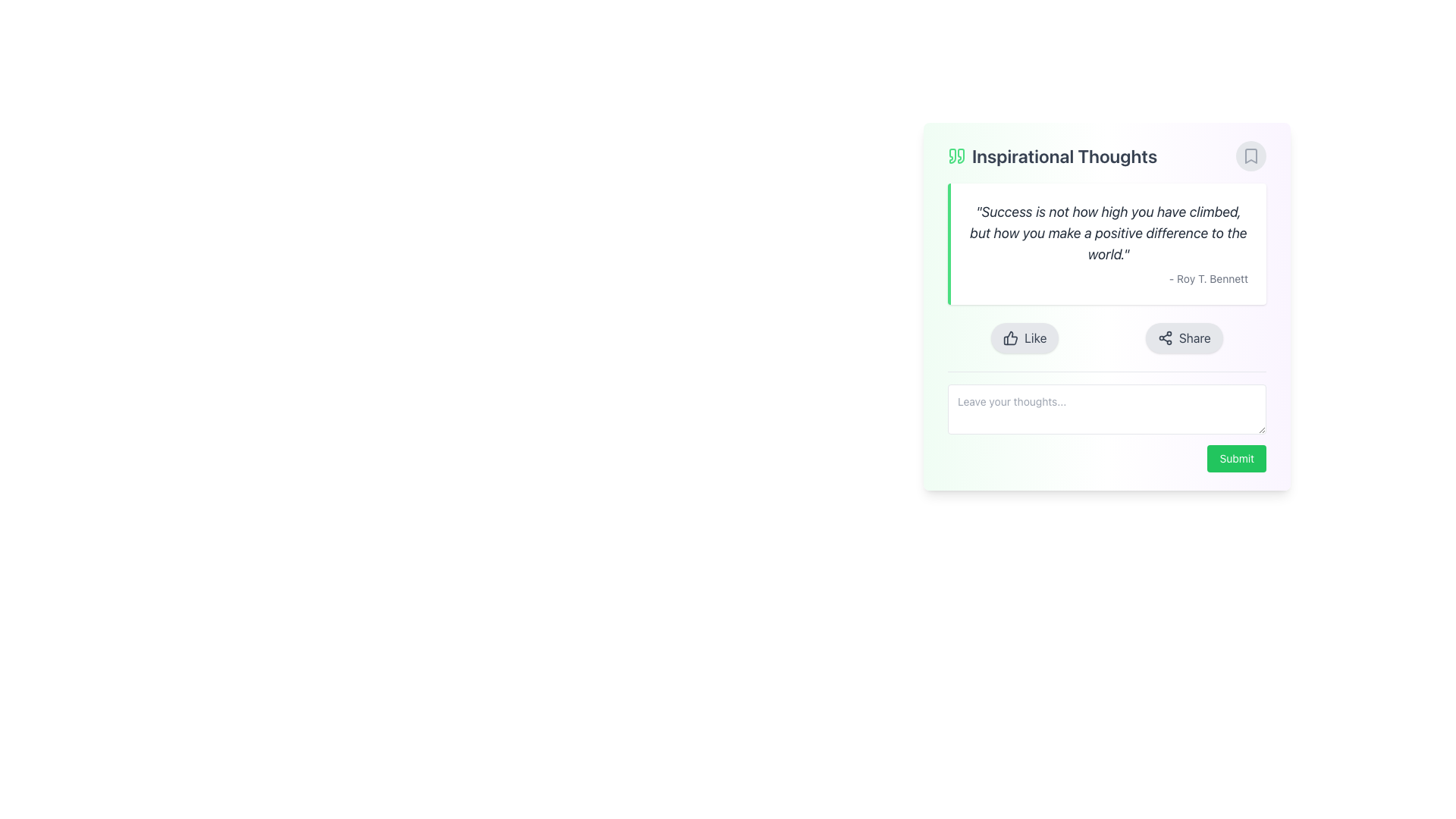 The width and height of the screenshot is (1456, 819). I want to click on the bookmark button located at the top-right corner of the 'Inspirational Thoughts' section, so click(1251, 155).